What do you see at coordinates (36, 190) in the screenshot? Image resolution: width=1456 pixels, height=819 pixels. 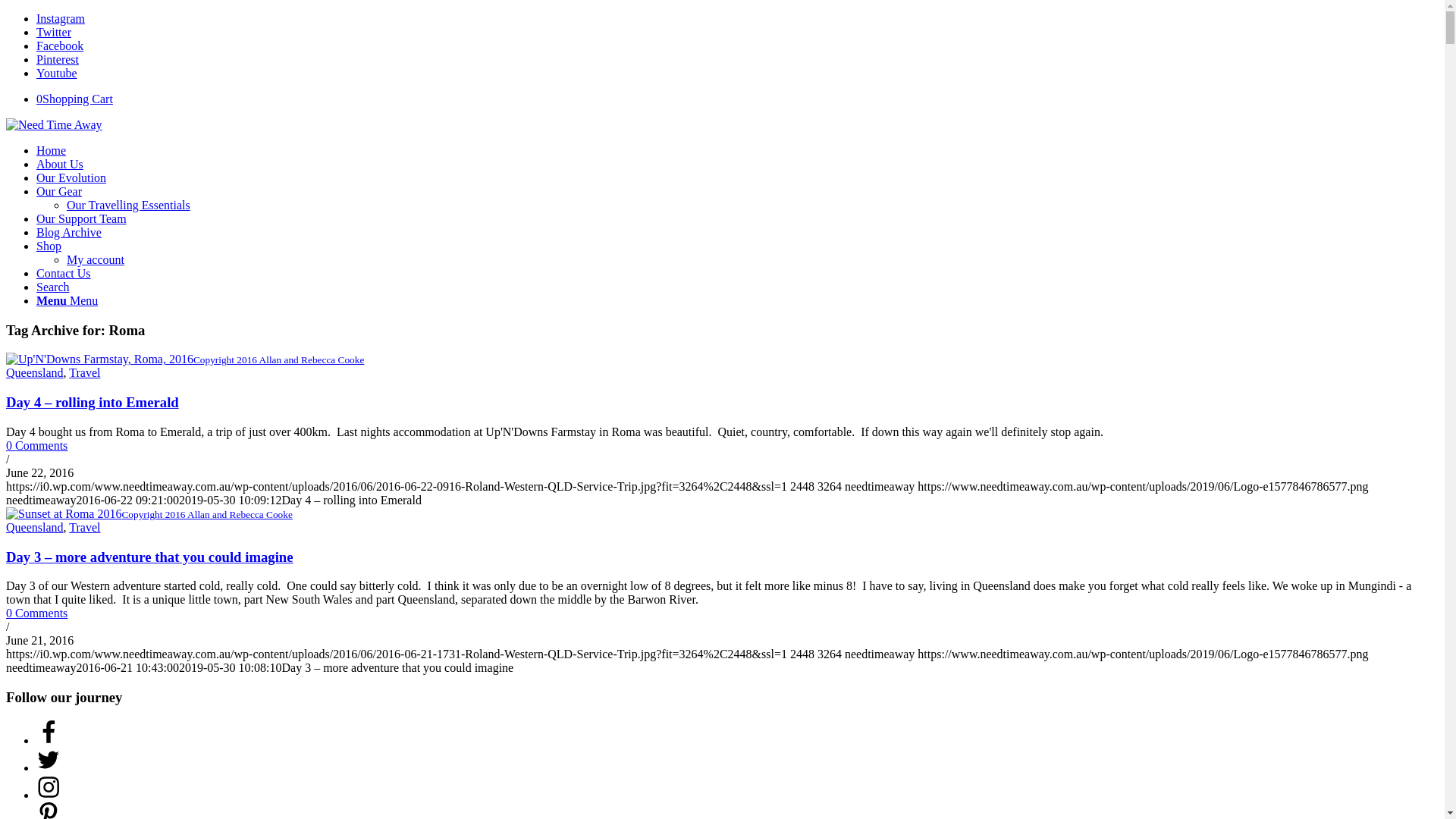 I see `'Our Gear'` at bounding box center [36, 190].